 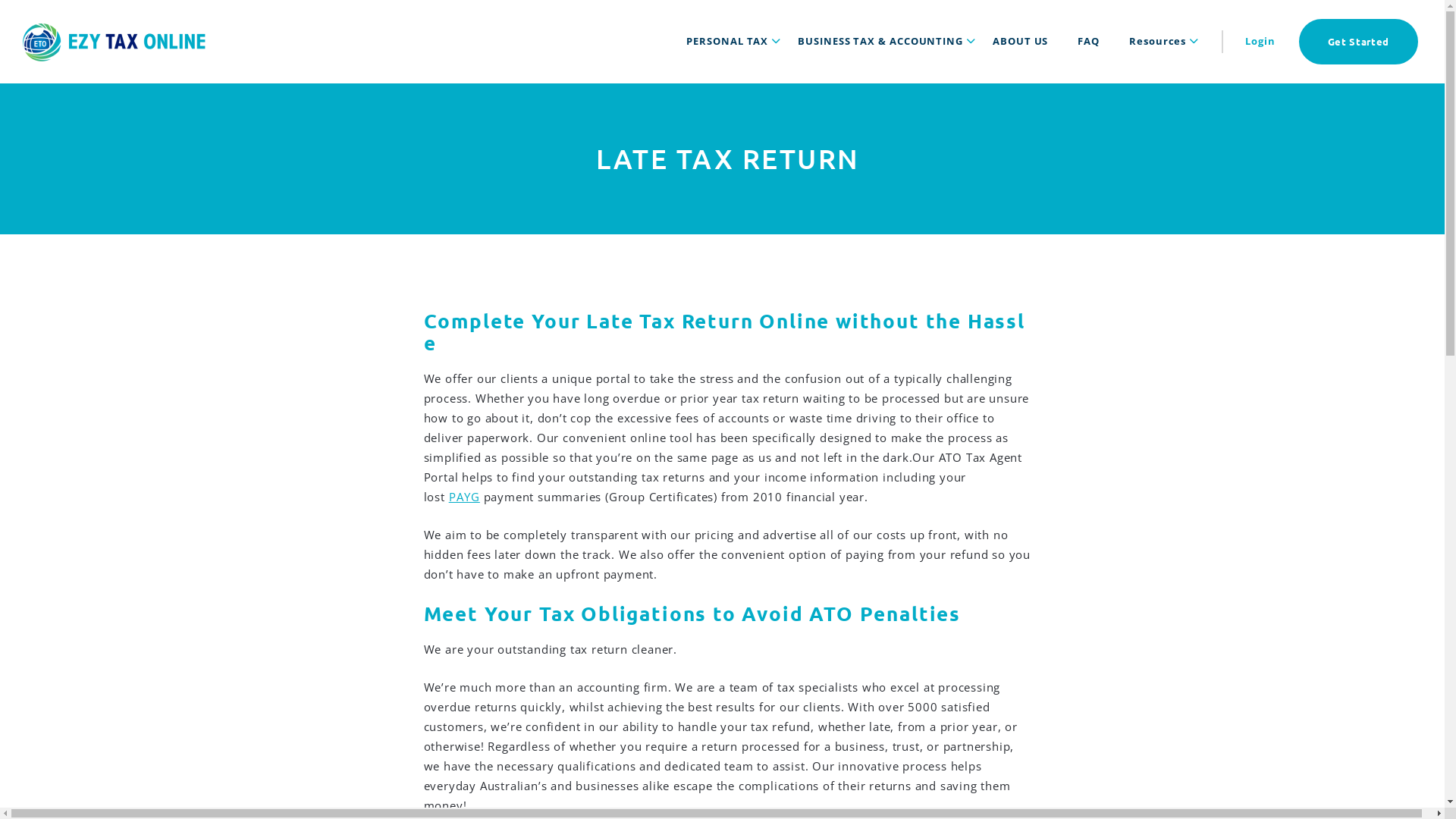 What do you see at coordinates (1260, 40) in the screenshot?
I see `'Login'` at bounding box center [1260, 40].